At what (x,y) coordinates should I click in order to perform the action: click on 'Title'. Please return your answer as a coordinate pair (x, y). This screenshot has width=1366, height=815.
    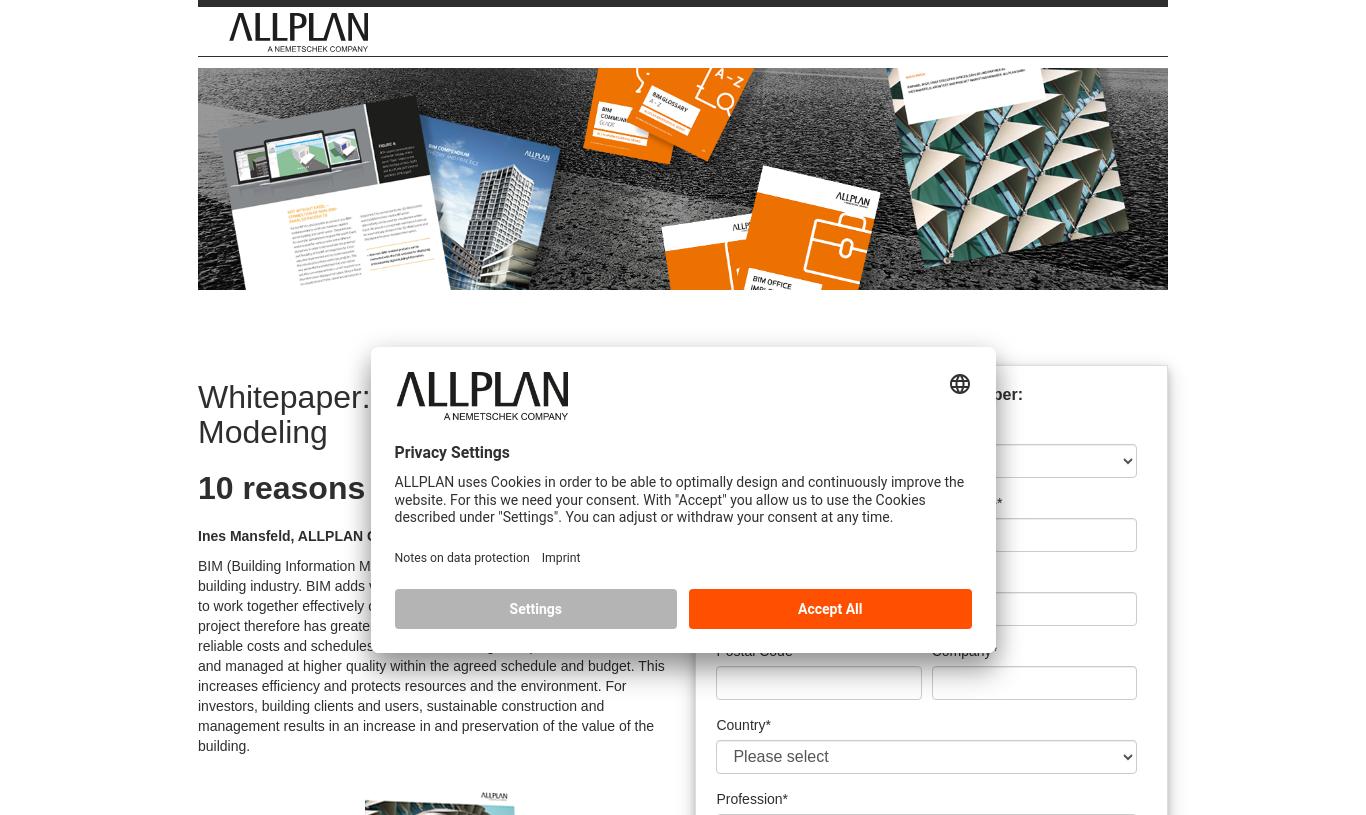
    Looking at the image, I should click on (729, 428).